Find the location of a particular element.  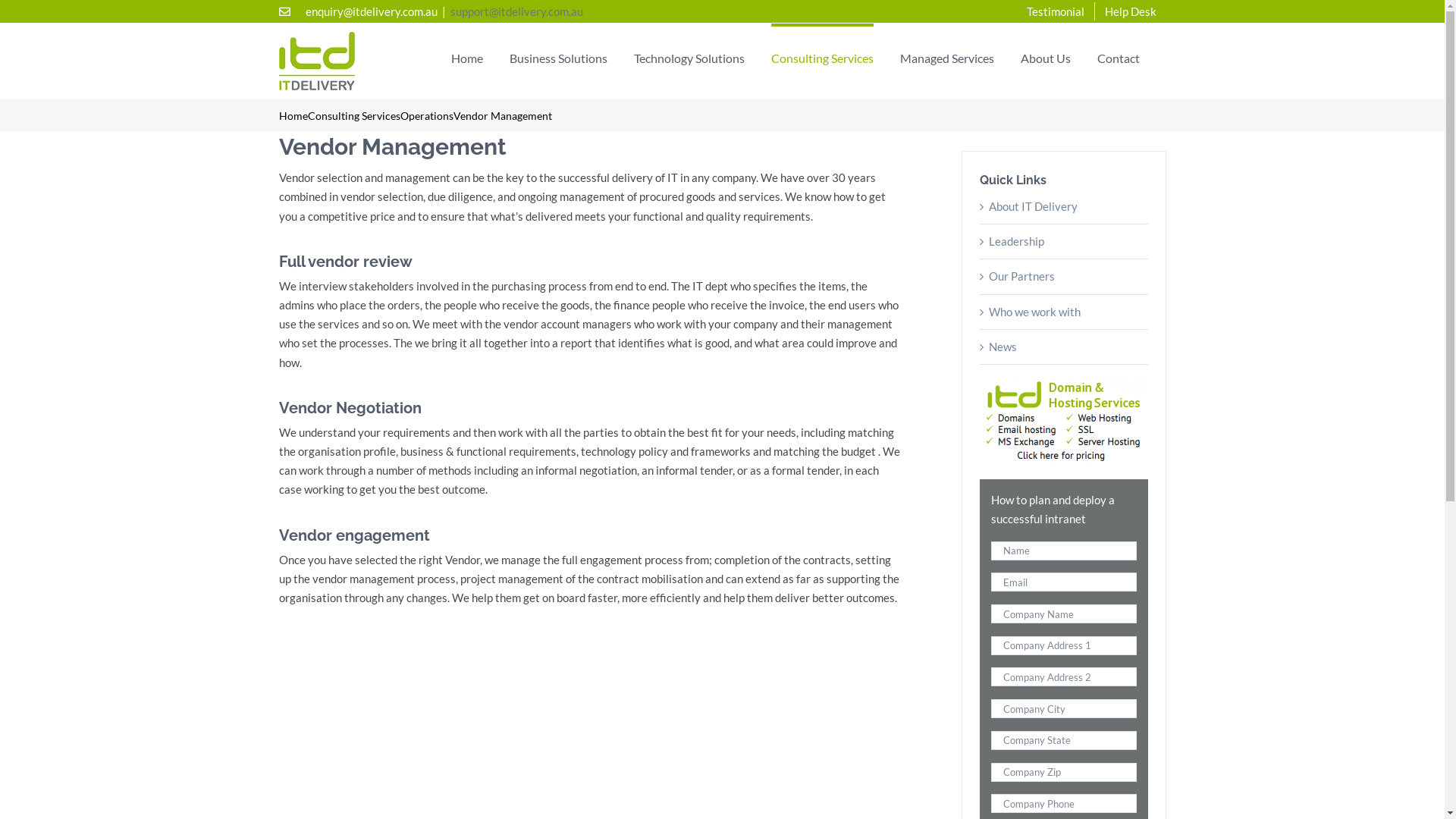

'Testimonial' is located at coordinates (1054, 11).